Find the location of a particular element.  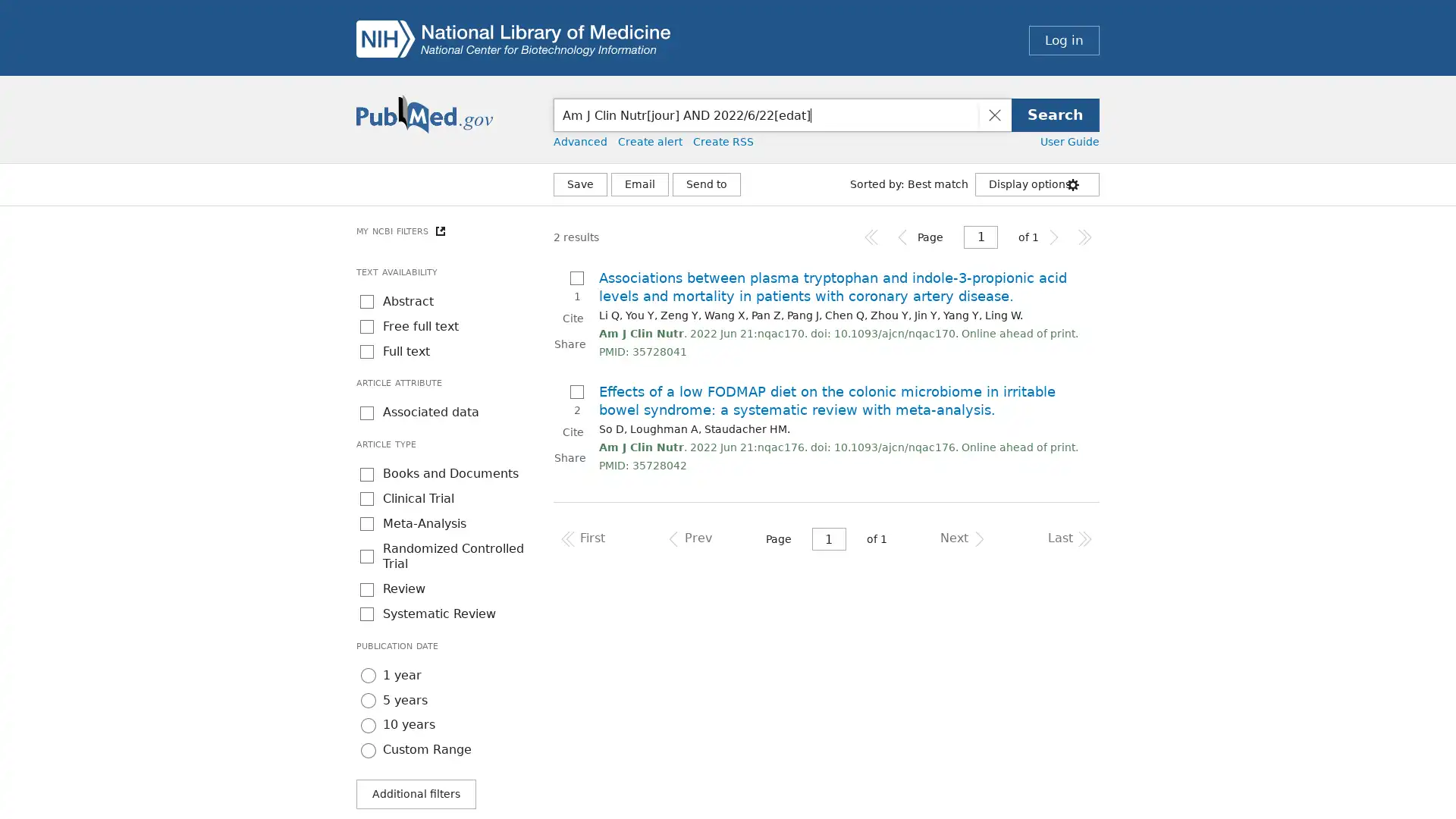

Navigates to the previous page of results. is located at coordinates (902, 237).